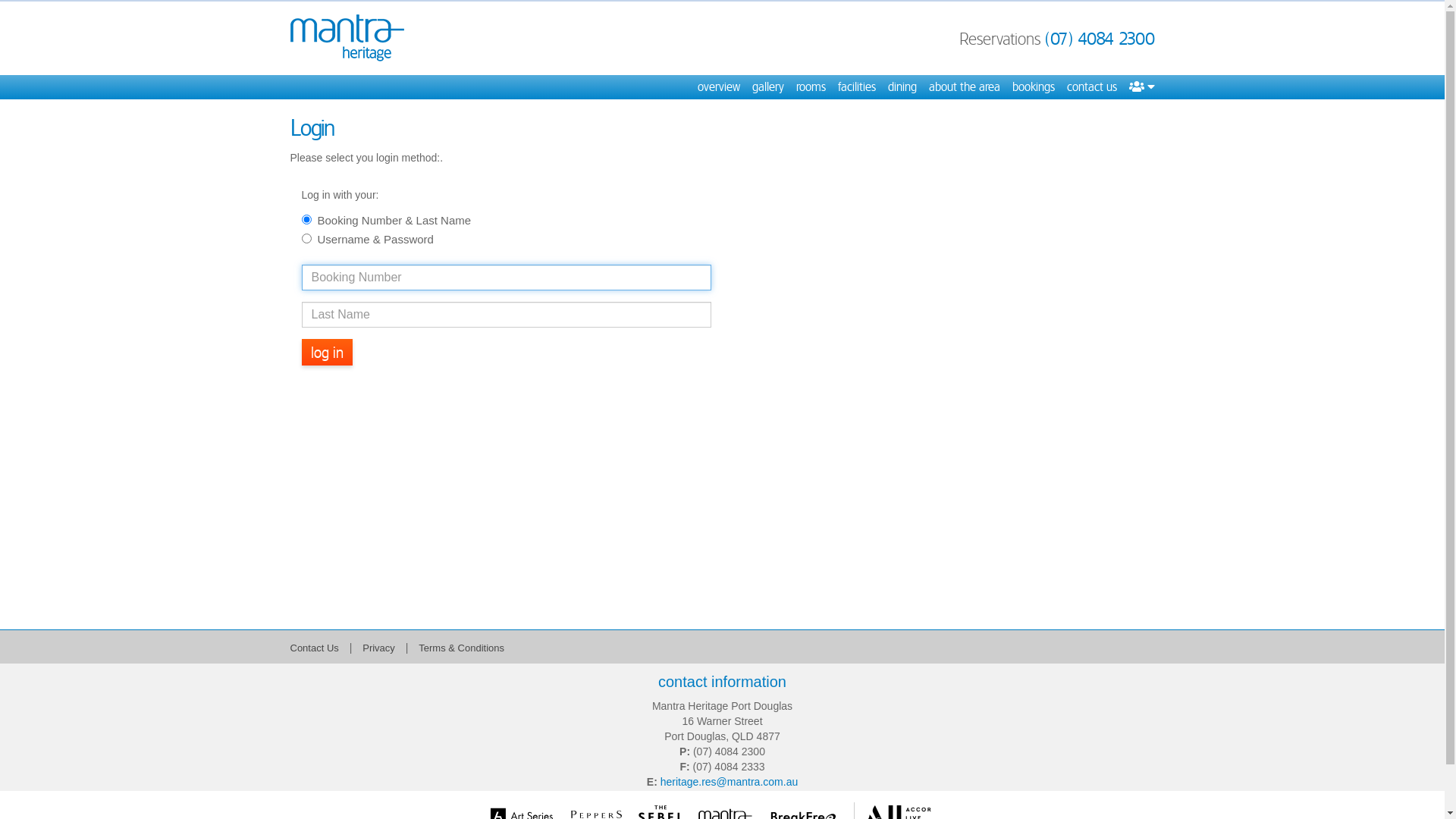 The width and height of the screenshot is (1456, 819). What do you see at coordinates (767, 87) in the screenshot?
I see `'gallery'` at bounding box center [767, 87].